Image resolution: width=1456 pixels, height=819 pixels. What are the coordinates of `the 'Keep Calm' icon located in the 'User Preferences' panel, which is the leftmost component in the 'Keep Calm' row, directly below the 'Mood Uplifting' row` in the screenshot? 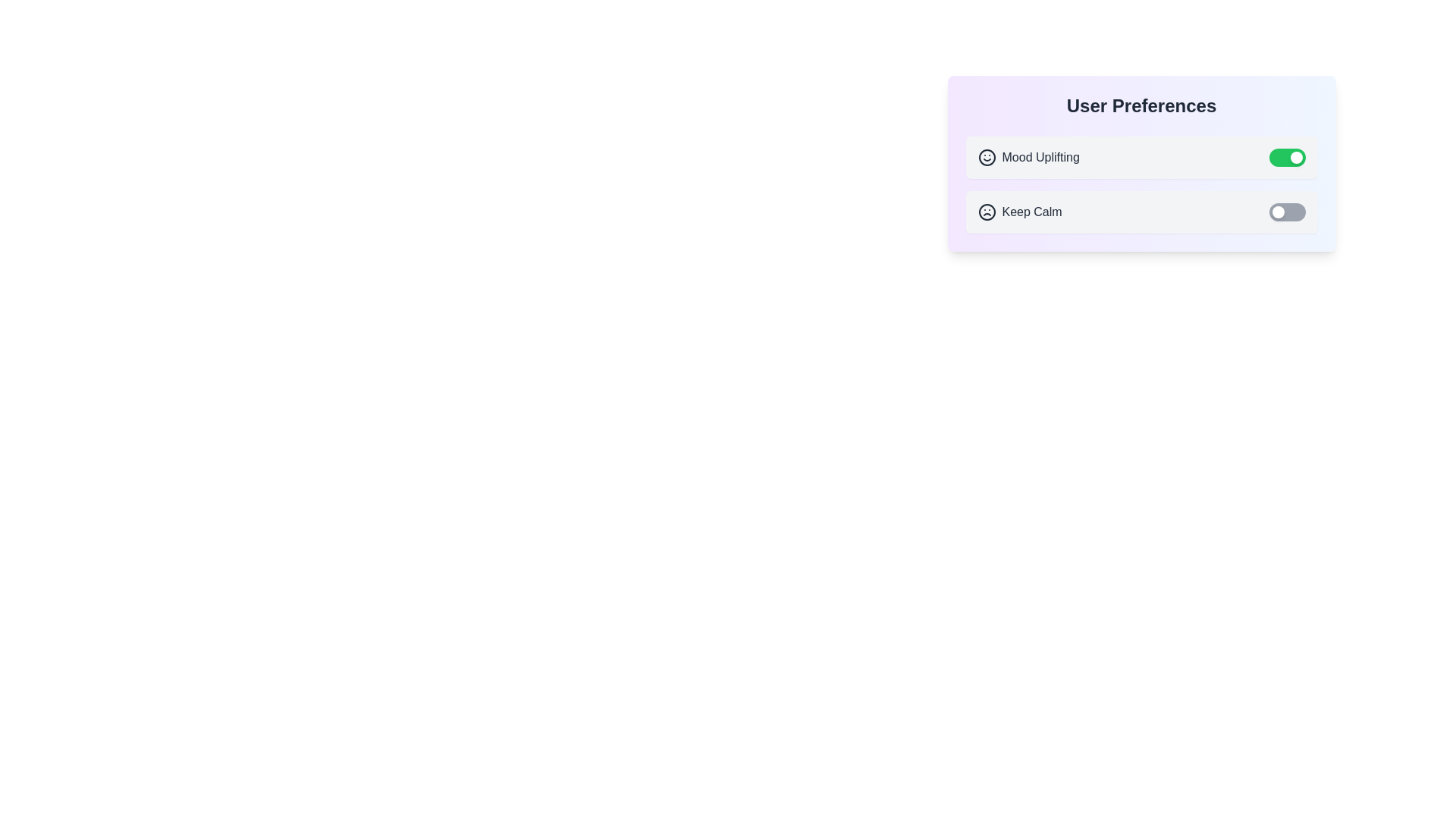 It's located at (987, 212).